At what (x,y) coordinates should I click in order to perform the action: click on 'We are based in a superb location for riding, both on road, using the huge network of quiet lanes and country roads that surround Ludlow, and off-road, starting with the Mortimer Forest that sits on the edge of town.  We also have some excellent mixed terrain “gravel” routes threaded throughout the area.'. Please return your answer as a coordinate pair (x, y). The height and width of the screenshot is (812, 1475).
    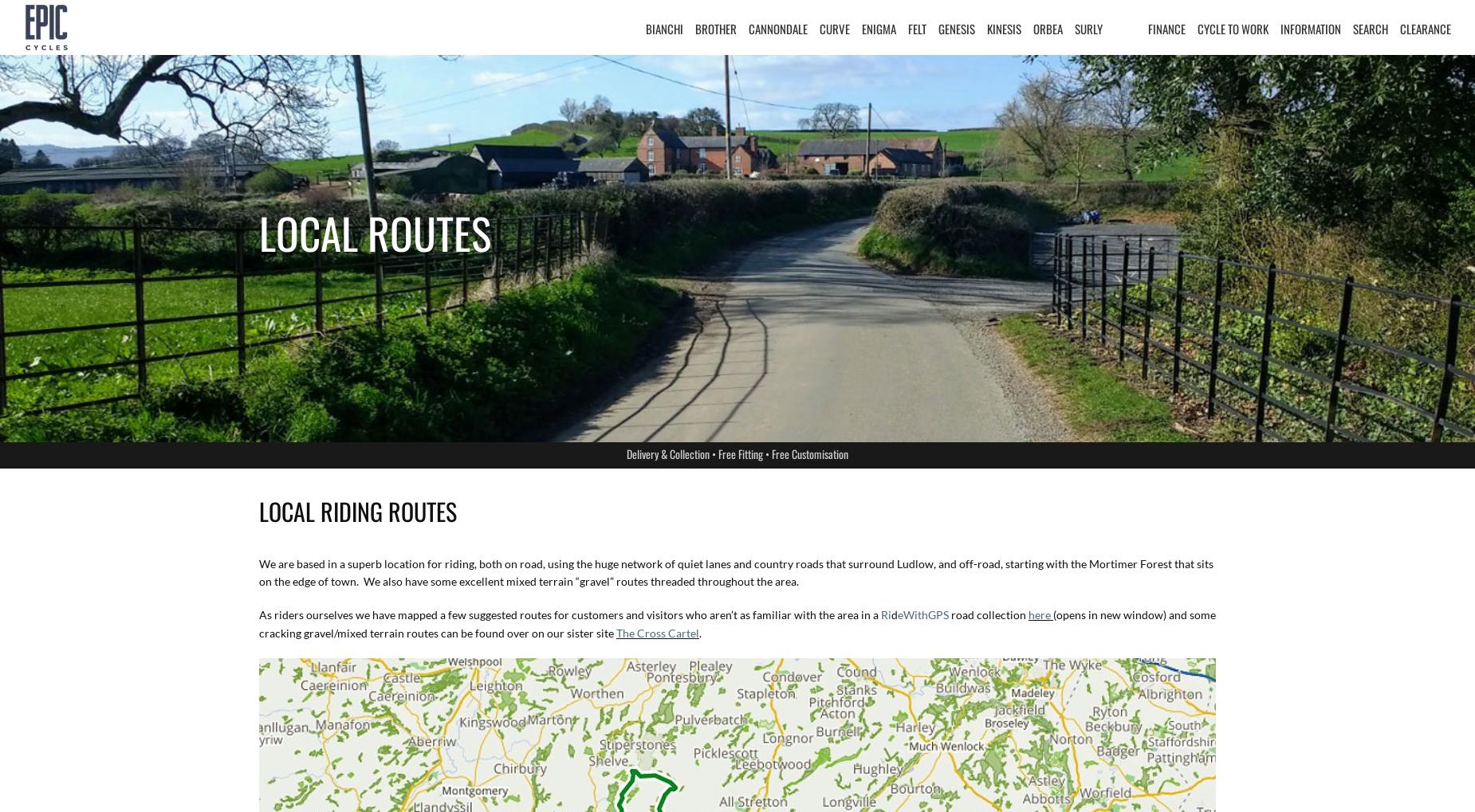
    Looking at the image, I should click on (736, 571).